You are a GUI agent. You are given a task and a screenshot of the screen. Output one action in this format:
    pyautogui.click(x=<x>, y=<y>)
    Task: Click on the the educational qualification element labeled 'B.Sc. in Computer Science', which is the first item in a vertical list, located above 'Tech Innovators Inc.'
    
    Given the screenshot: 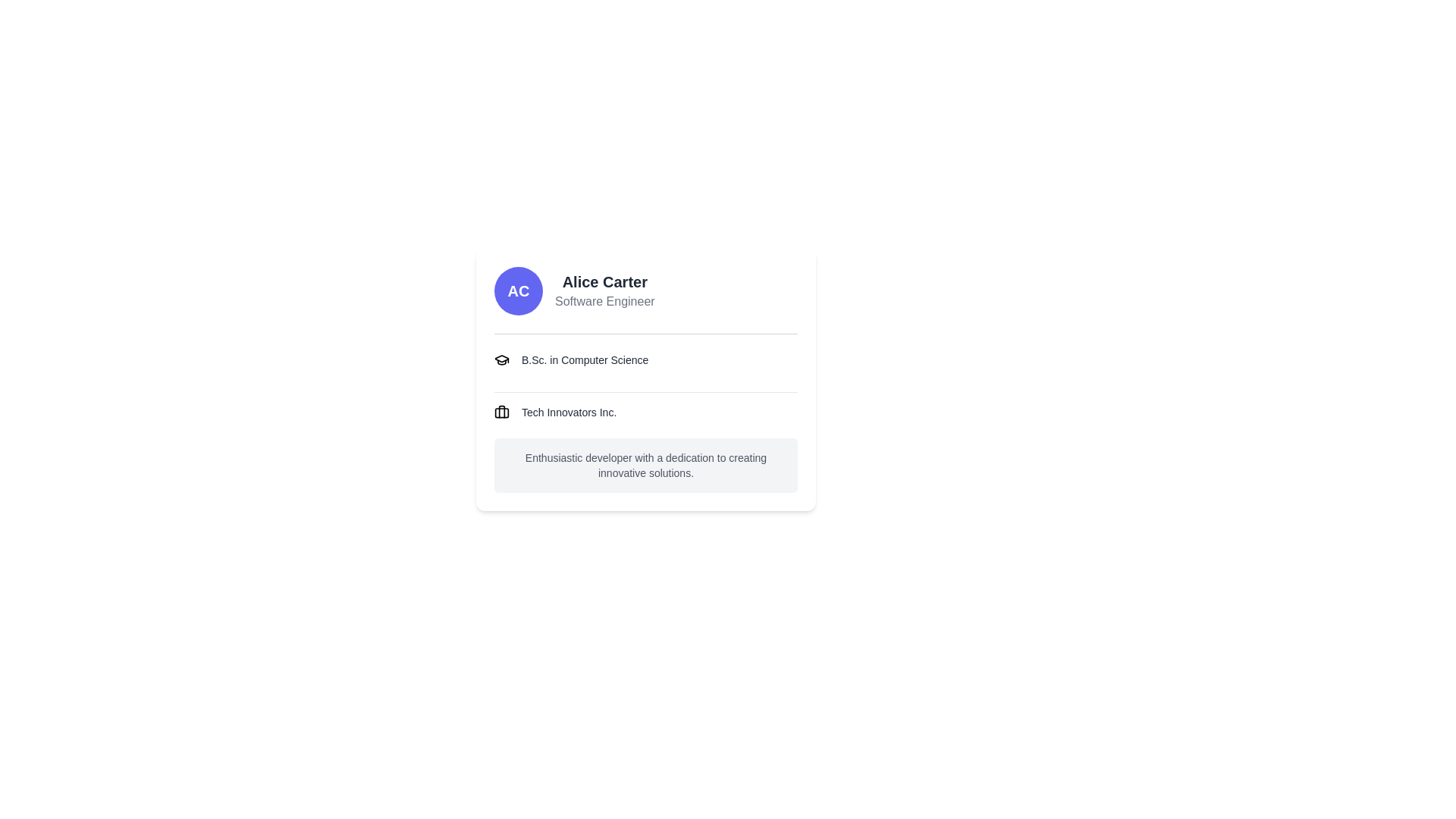 What is the action you would take?
    pyautogui.click(x=645, y=366)
    